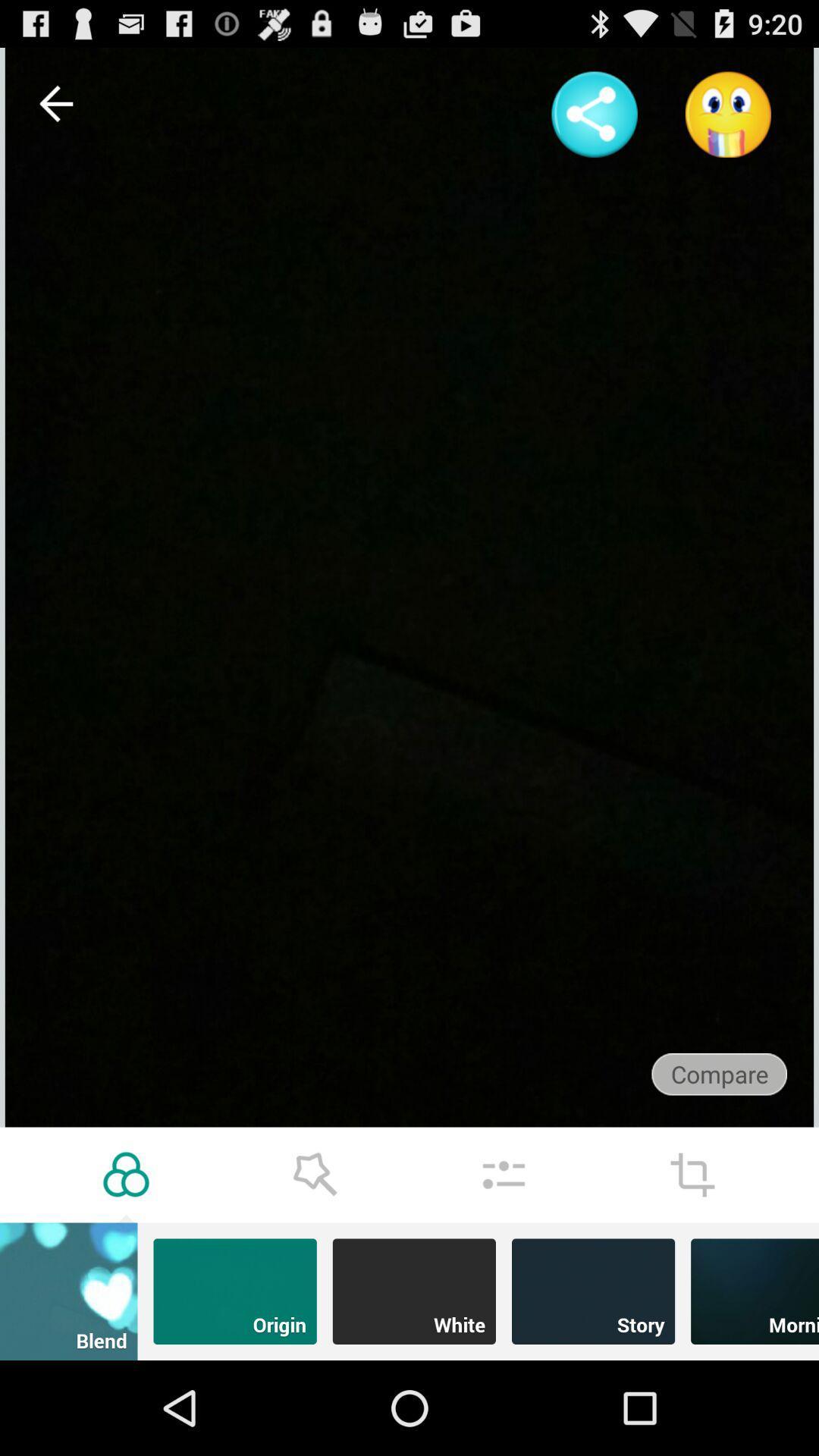 Image resolution: width=819 pixels, height=1456 pixels. What do you see at coordinates (594, 122) in the screenshot?
I see `the share icon` at bounding box center [594, 122].